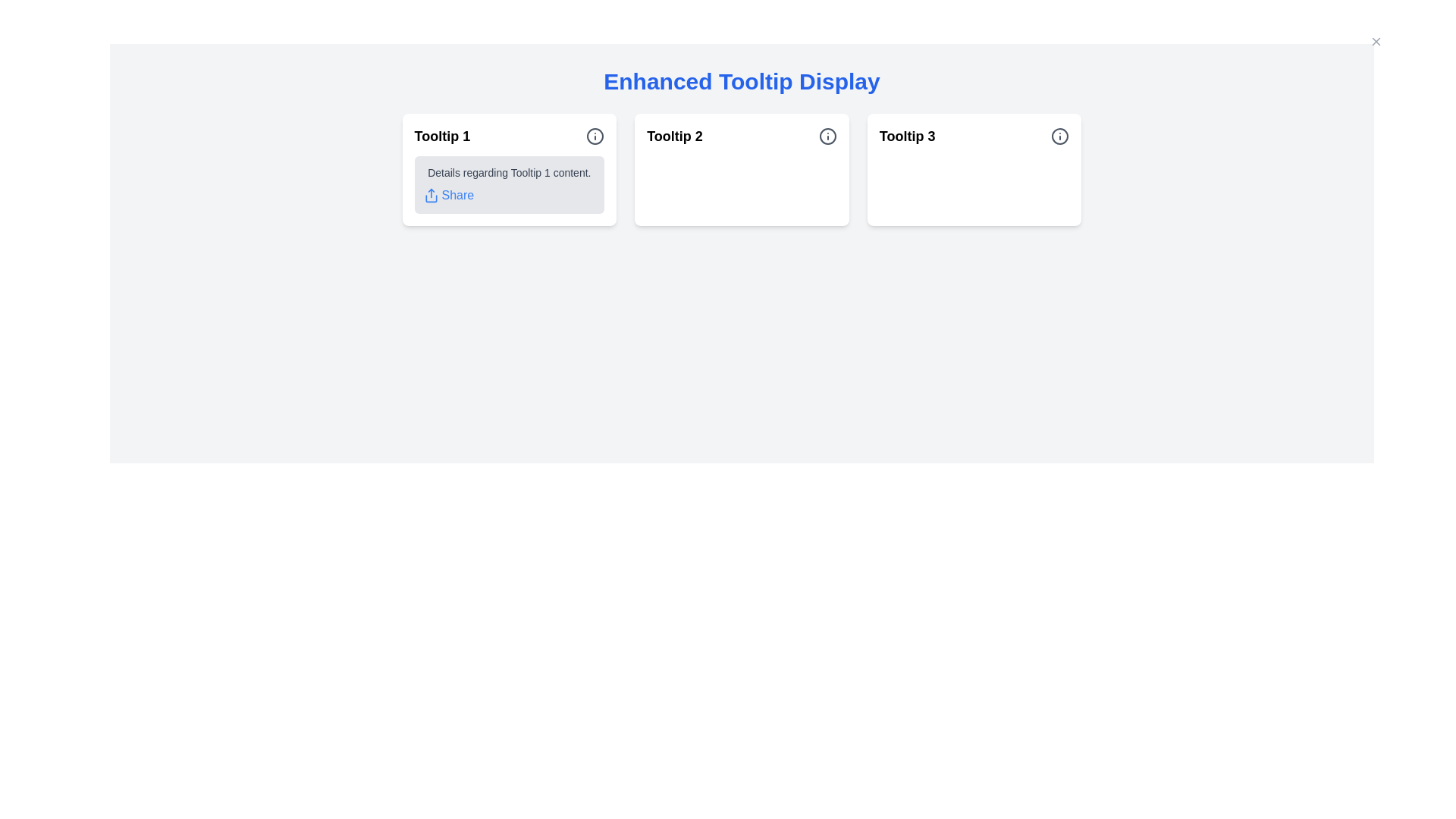 The height and width of the screenshot is (819, 1456). I want to click on the 'X' close icon element located at the top-right corner of the interface, represented as a vector graphic, so click(1376, 40).